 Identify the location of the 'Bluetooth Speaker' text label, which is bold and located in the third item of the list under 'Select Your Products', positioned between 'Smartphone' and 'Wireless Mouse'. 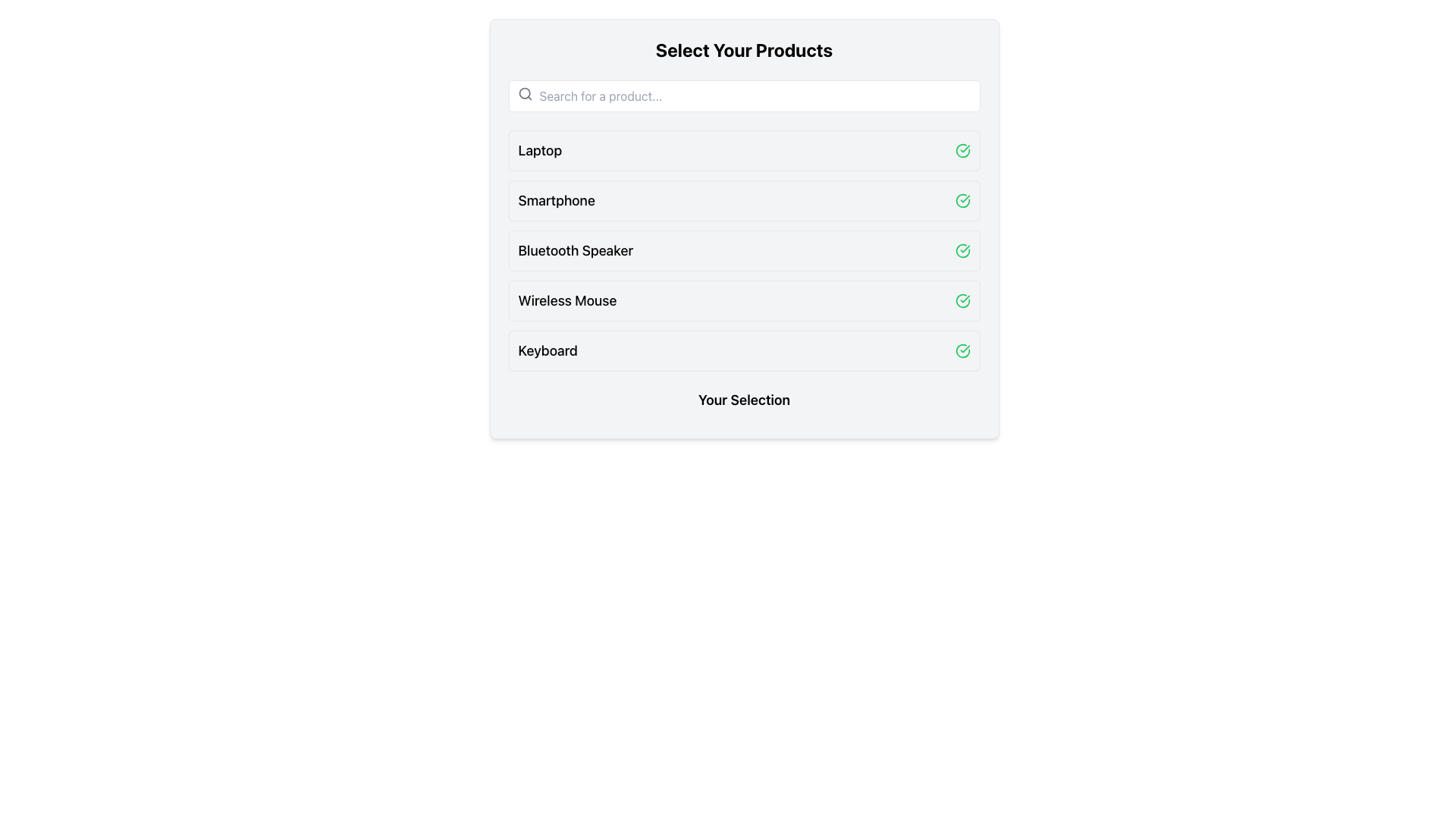
(575, 250).